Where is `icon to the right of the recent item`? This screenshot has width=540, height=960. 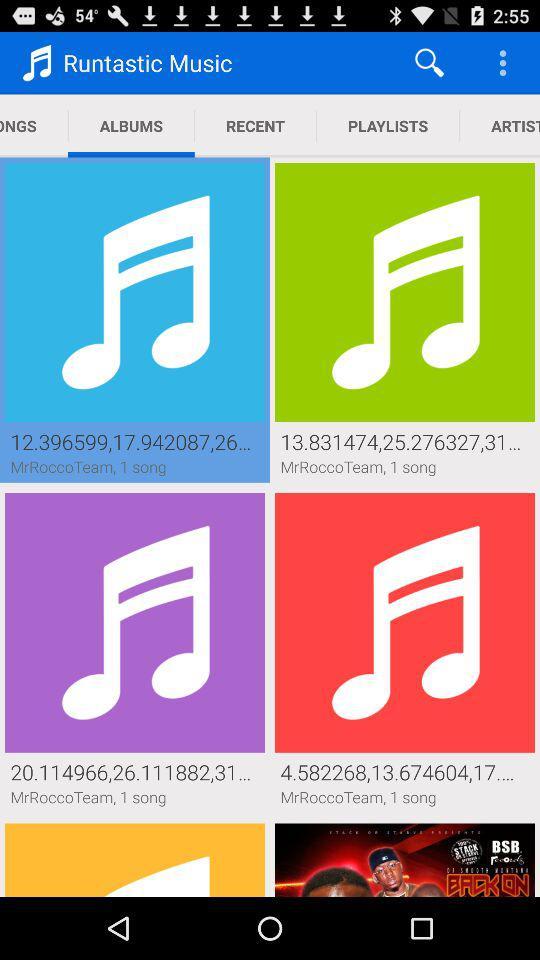
icon to the right of the recent item is located at coordinates (388, 125).